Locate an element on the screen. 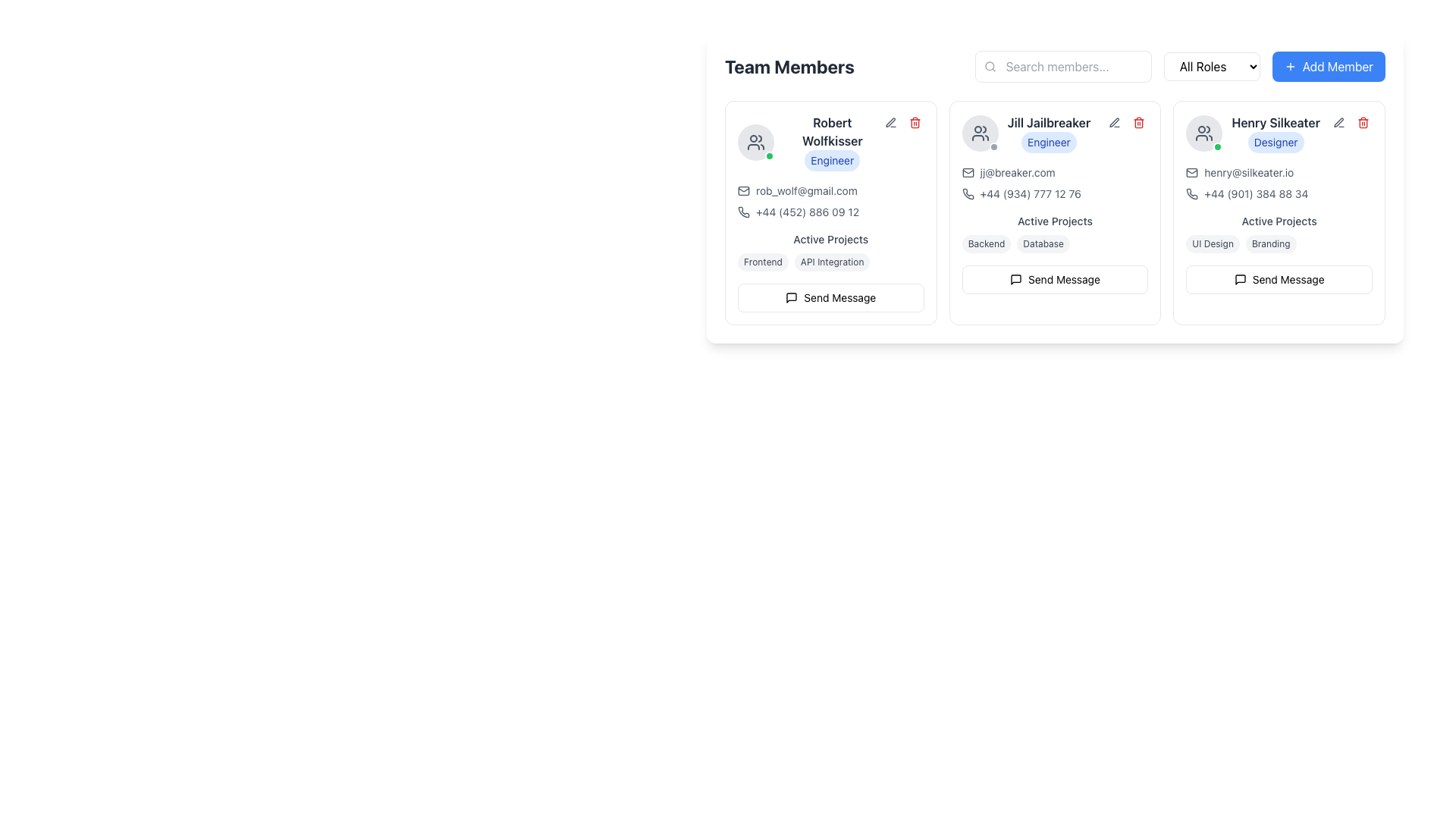 This screenshot has height=819, width=1456. the small, square button with rounded corners that has a pen icon, located in the action buttons group for 'Jill Jailbreaker' is located at coordinates (1114, 122).